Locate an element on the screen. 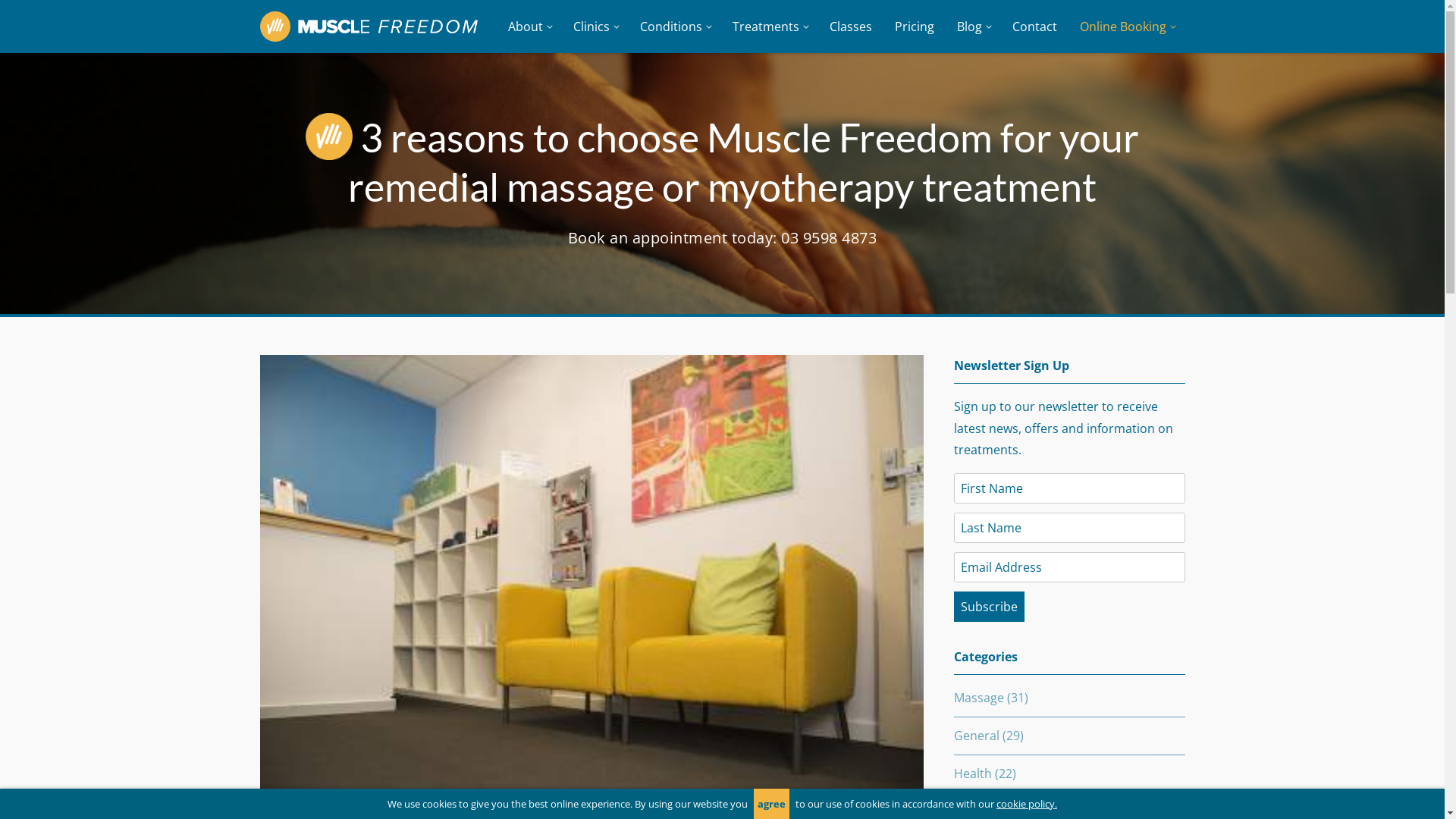 This screenshot has width=1456, height=819. 'General' is located at coordinates (952, 734).